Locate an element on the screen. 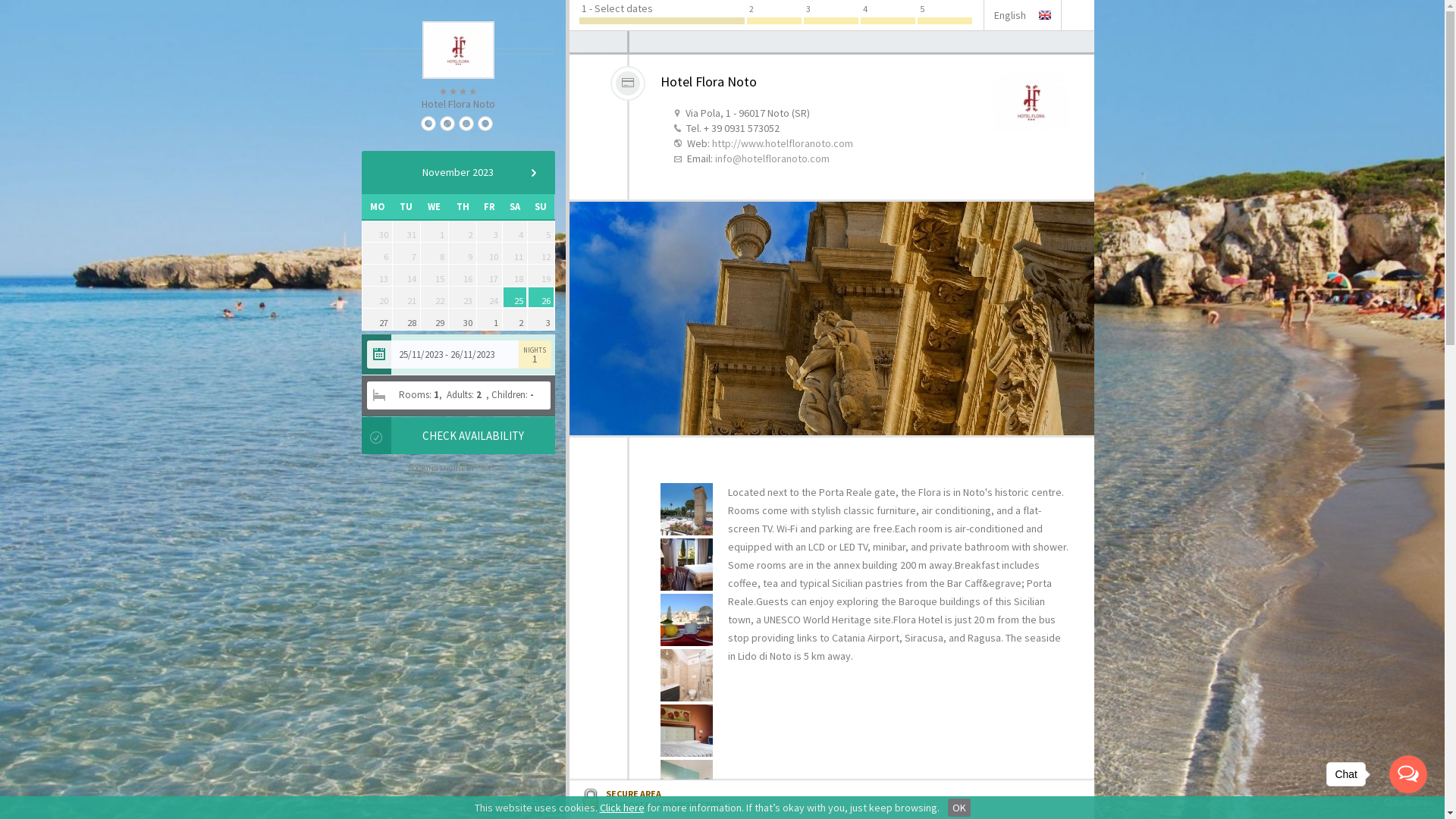 The width and height of the screenshot is (1456, 819). '26' is located at coordinates (528, 297).